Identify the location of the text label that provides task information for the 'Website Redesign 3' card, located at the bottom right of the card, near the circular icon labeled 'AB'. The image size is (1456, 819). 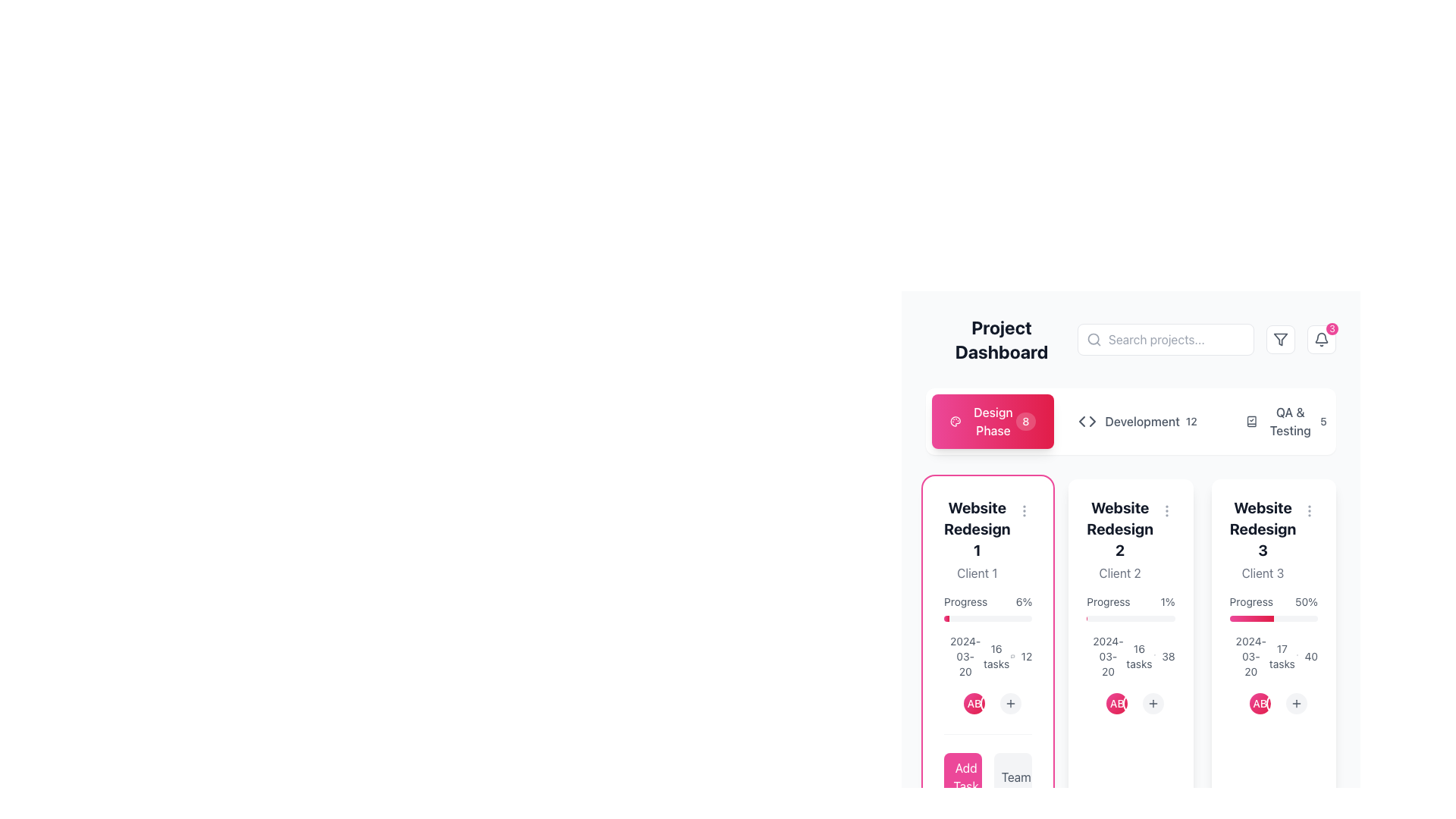
(1281, 656).